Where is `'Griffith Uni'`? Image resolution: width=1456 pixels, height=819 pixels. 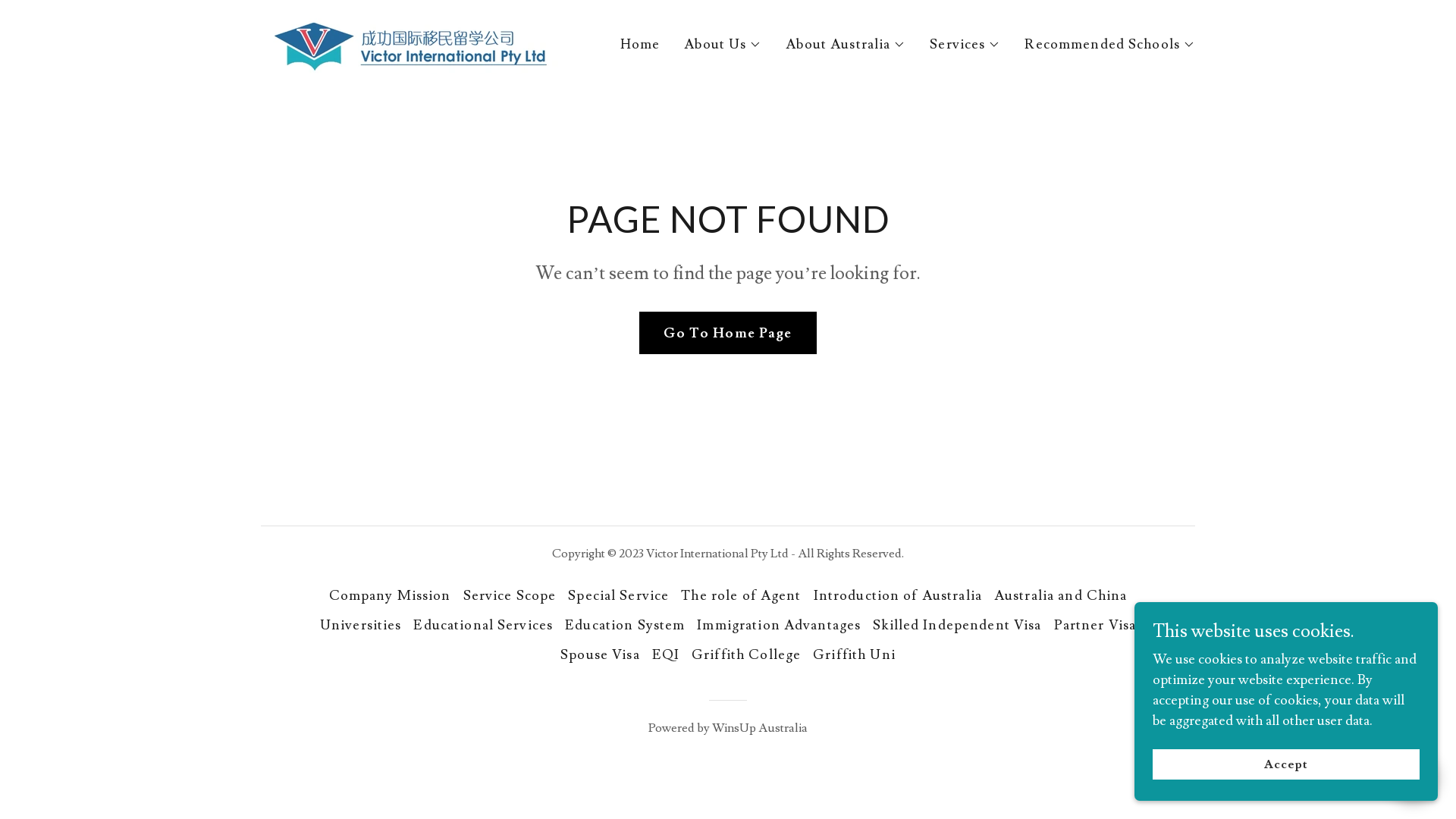 'Griffith Uni' is located at coordinates (854, 654).